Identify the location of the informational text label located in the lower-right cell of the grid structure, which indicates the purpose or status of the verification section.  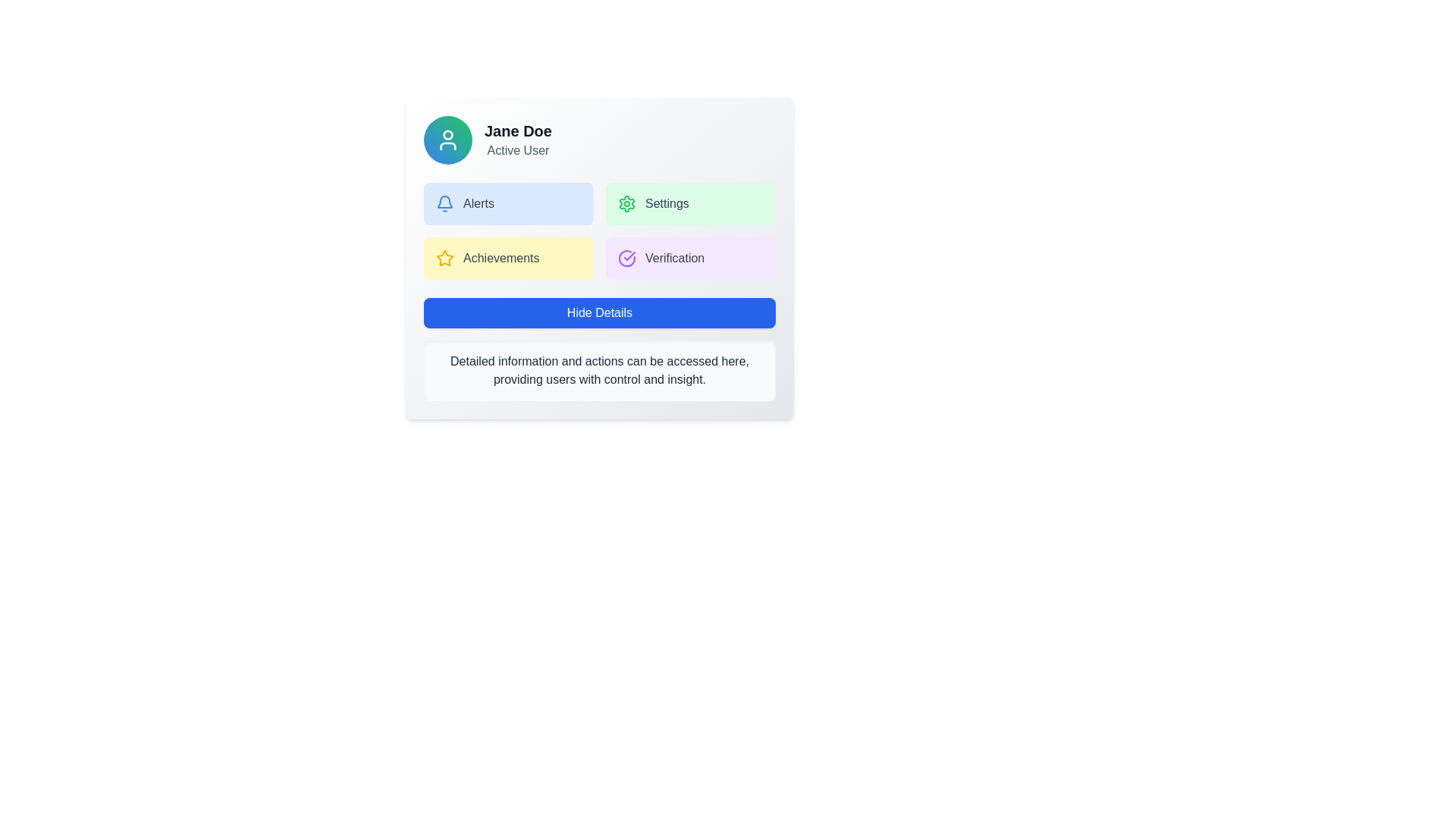
(674, 257).